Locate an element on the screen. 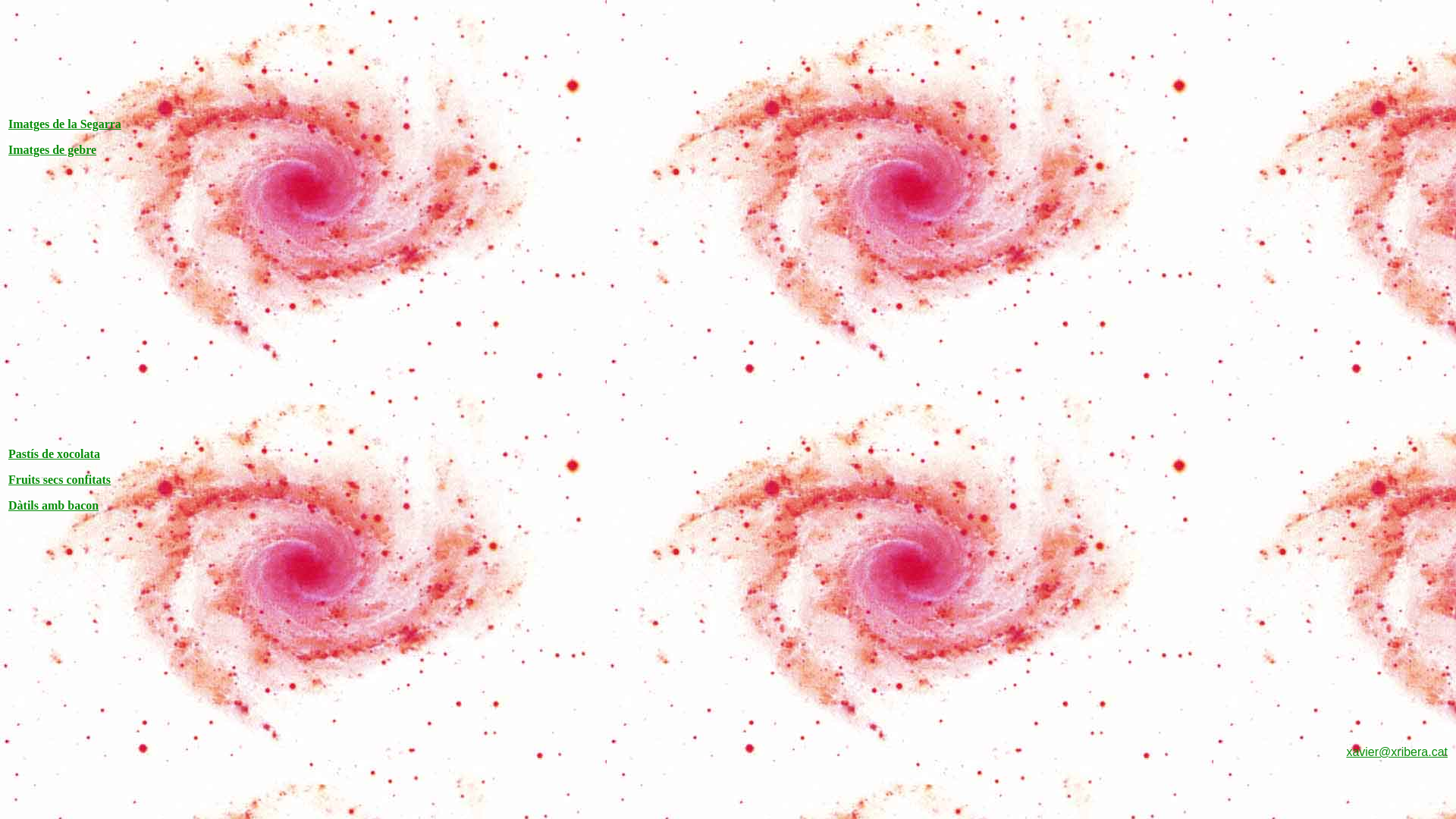 This screenshot has width=1456, height=819. 'Imatges de la Segarra' is located at coordinates (64, 123).